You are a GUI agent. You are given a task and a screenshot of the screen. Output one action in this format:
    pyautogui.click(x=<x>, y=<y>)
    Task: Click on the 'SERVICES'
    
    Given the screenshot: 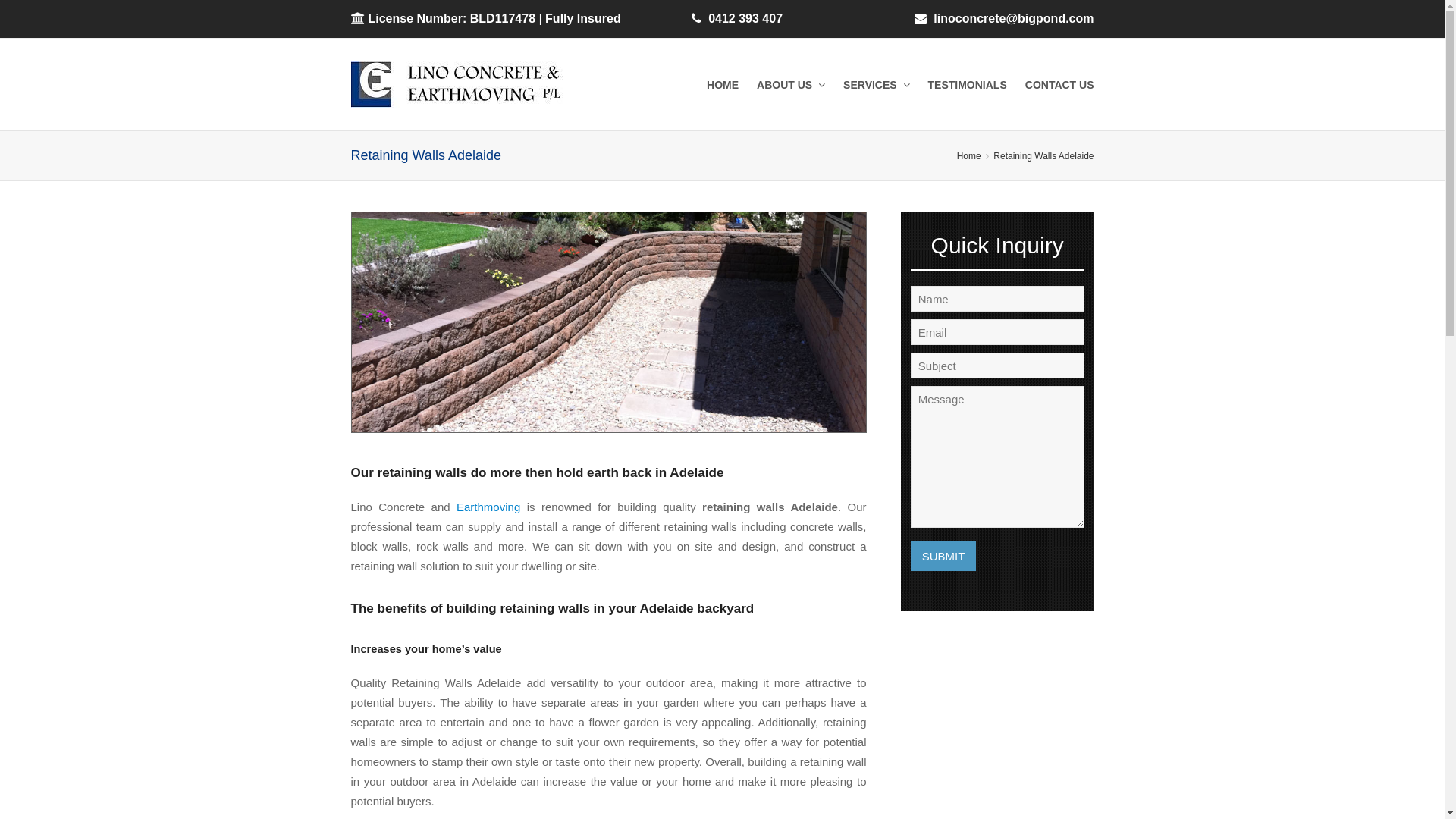 What is the action you would take?
    pyautogui.click(x=876, y=84)
    